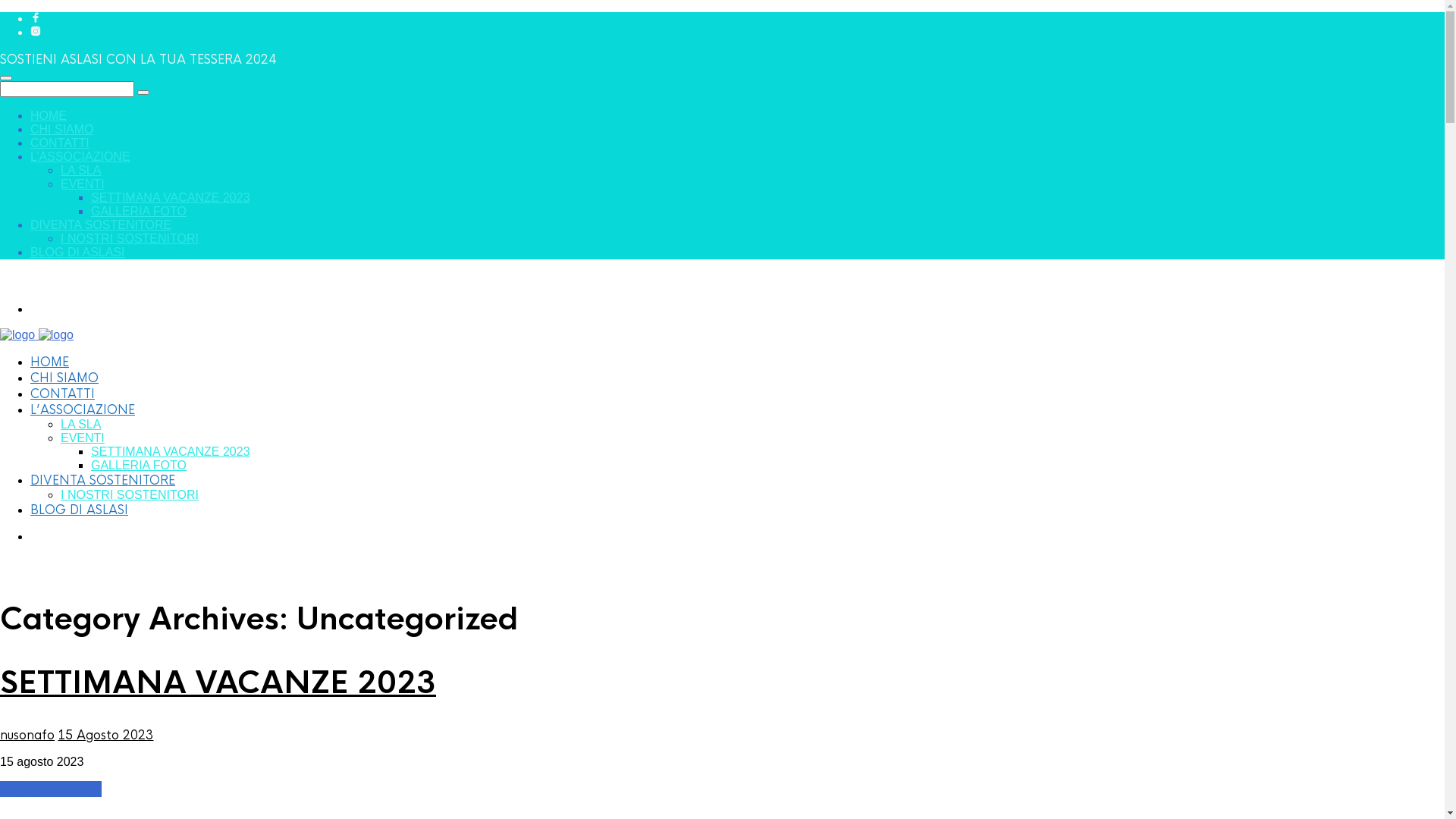 The image size is (1456, 819). What do you see at coordinates (30, 377) in the screenshot?
I see `'CHI SIAMO'` at bounding box center [30, 377].